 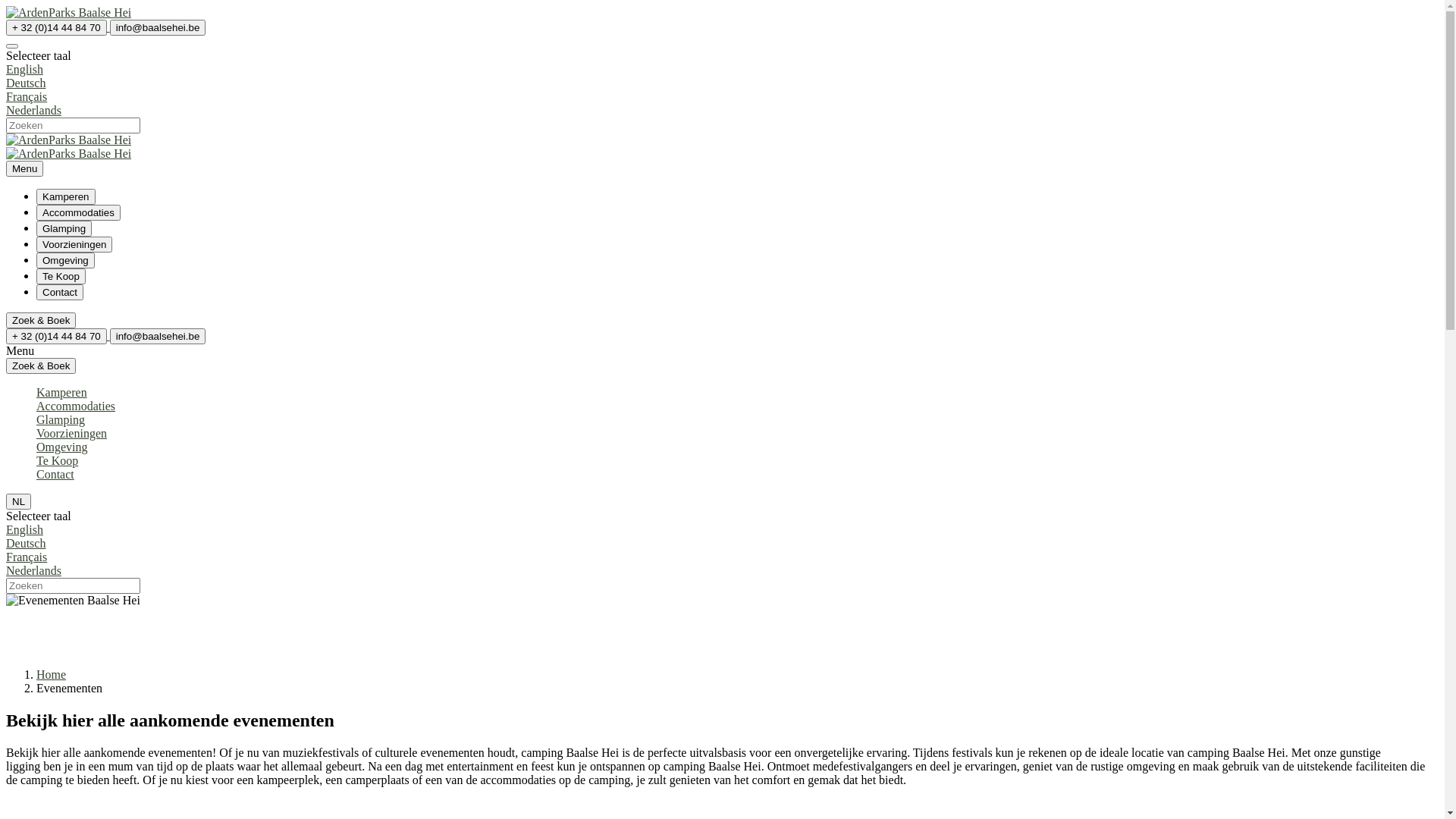 What do you see at coordinates (55, 473) in the screenshot?
I see `'Contact'` at bounding box center [55, 473].